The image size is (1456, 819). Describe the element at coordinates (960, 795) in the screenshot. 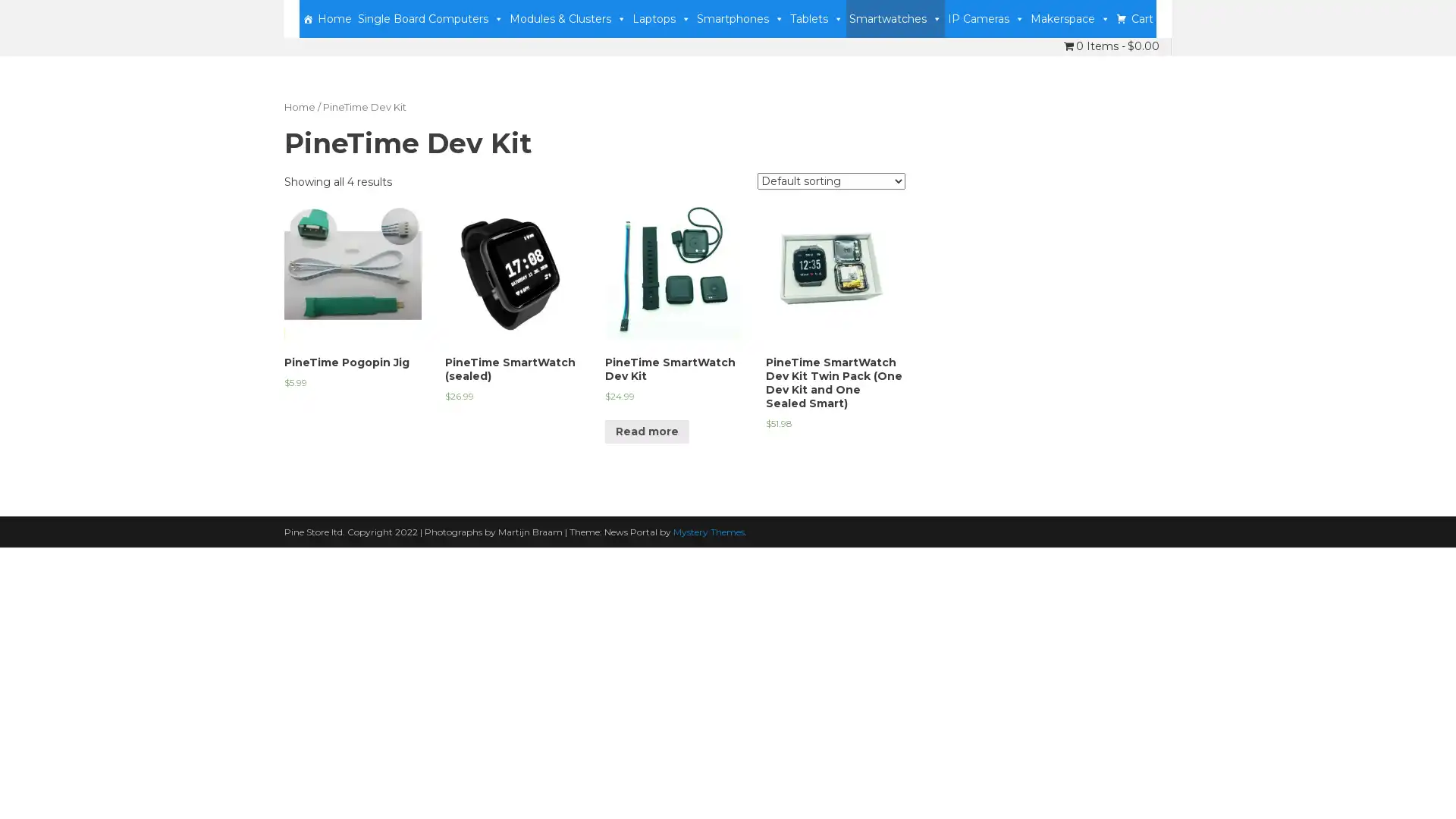

I see `Accept` at that location.